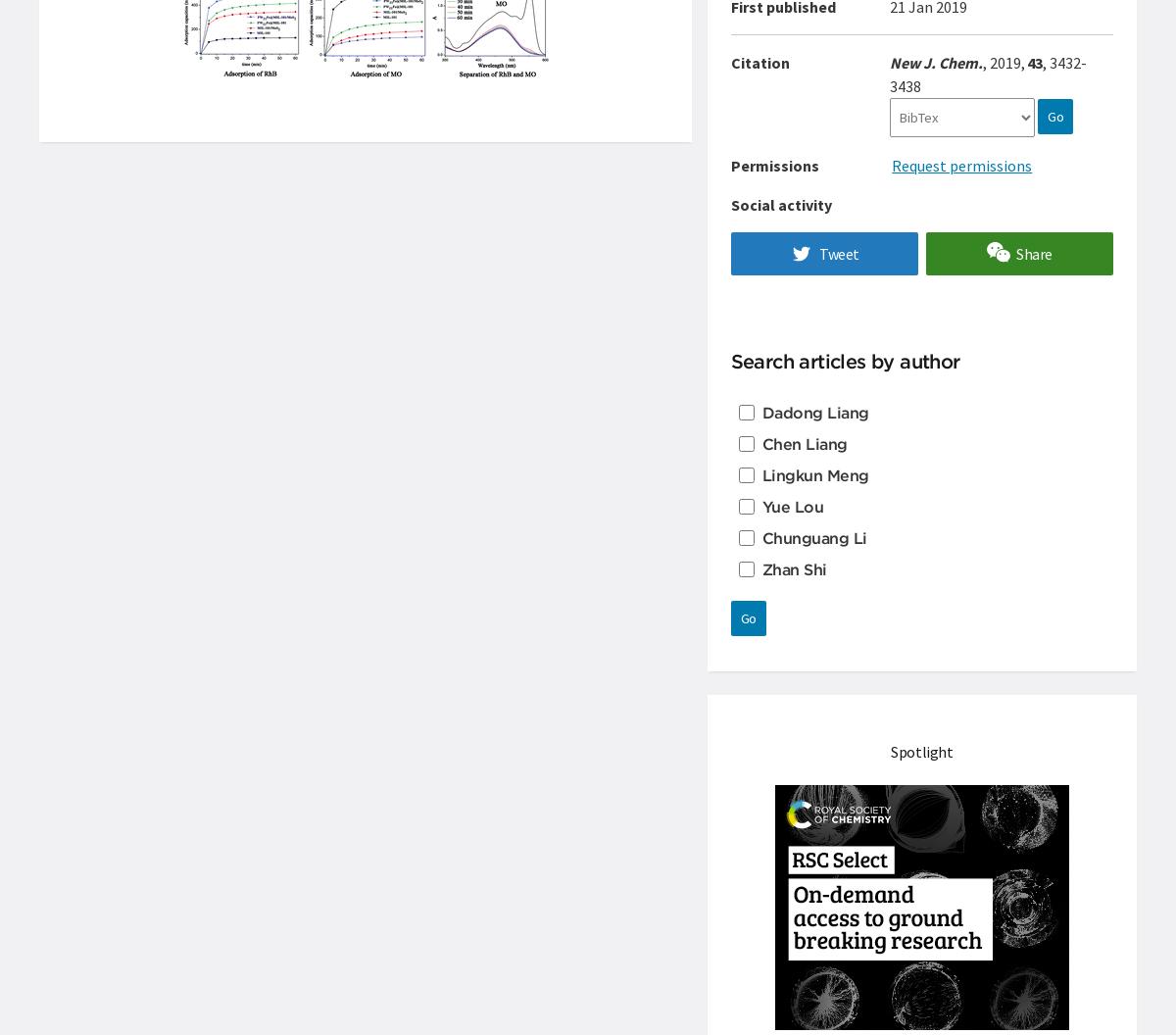  What do you see at coordinates (837, 253) in the screenshot?
I see `'Tweet'` at bounding box center [837, 253].